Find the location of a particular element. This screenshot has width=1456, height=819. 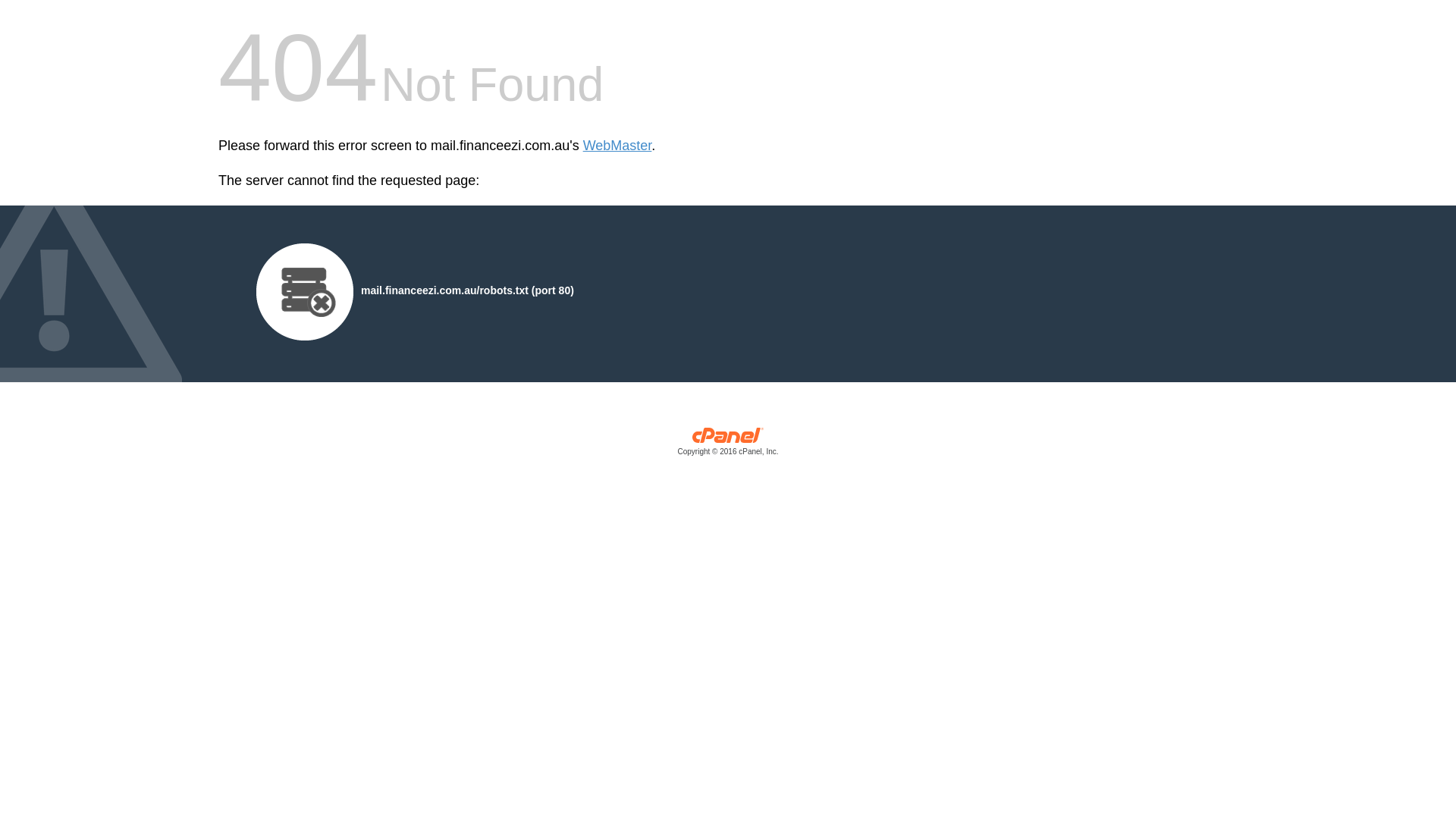

'WebMaster' is located at coordinates (617, 146).